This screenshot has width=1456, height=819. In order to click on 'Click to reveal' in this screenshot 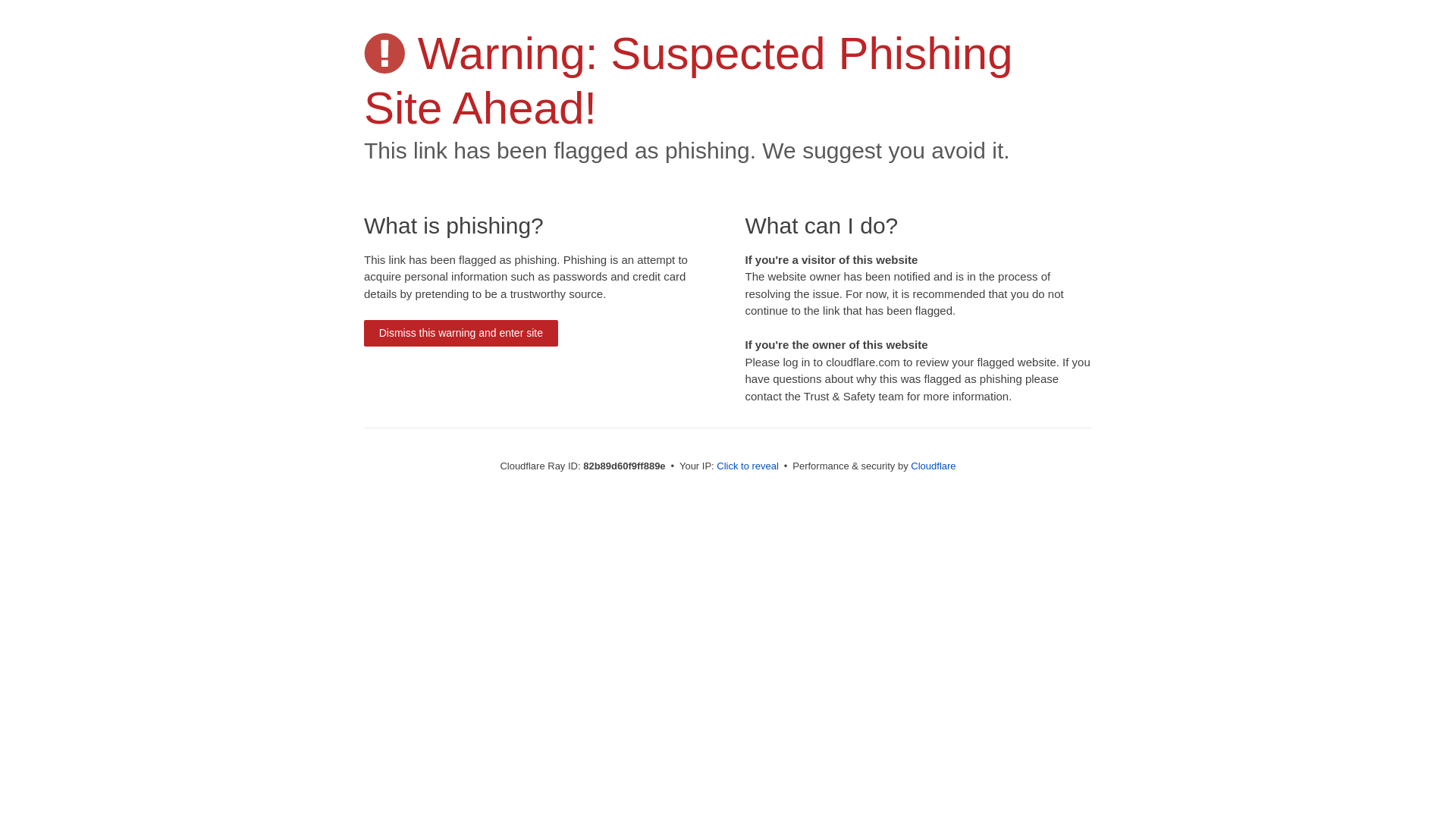, I will do `click(747, 465)`.